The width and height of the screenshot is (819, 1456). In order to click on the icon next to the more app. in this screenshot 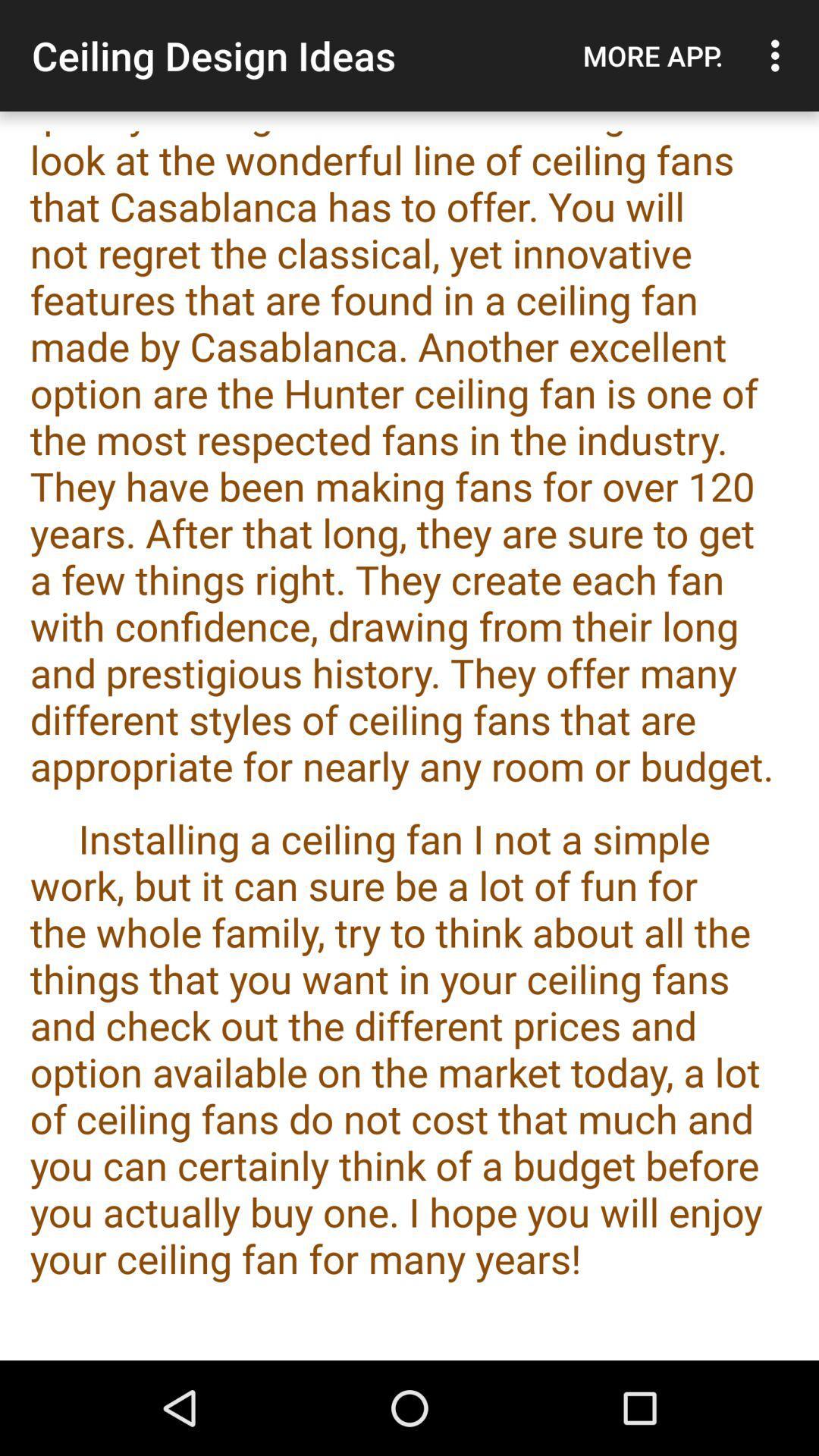, I will do `click(779, 55)`.